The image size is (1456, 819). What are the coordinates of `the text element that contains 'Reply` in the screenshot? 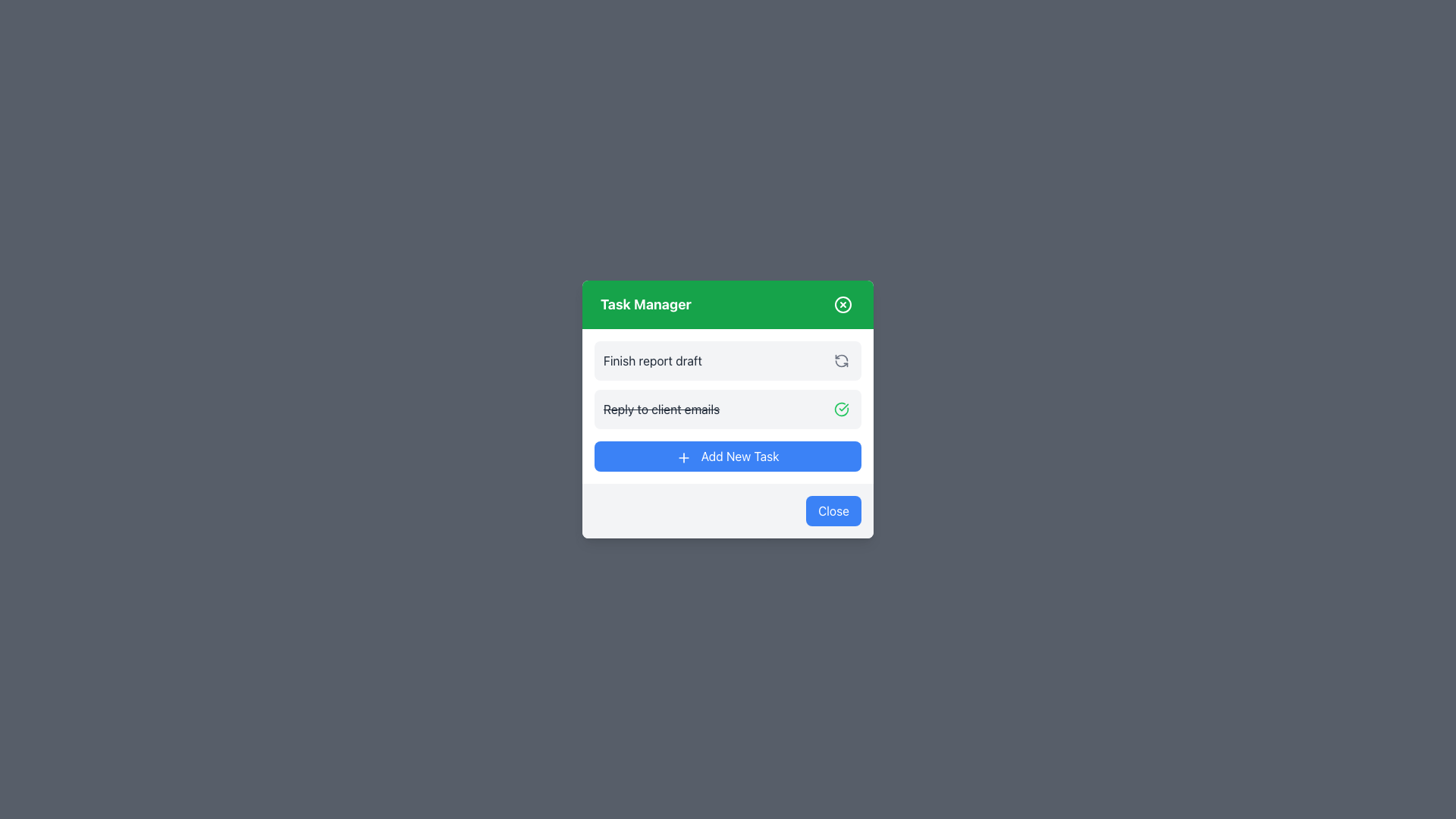 It's located at (661, 409).